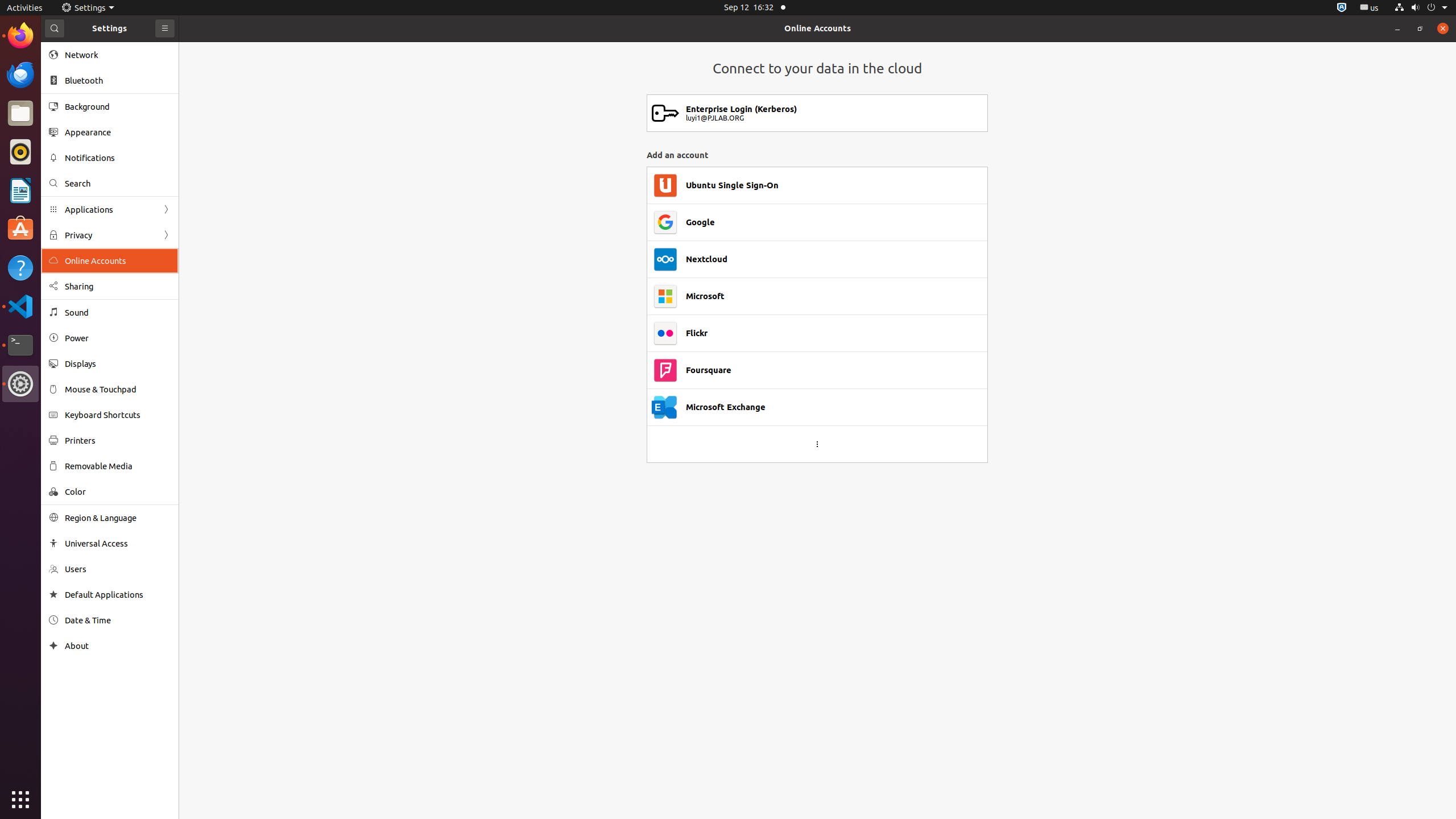 The image size is (1456, 819). I want to click on 'Applications', so click(109, 209).